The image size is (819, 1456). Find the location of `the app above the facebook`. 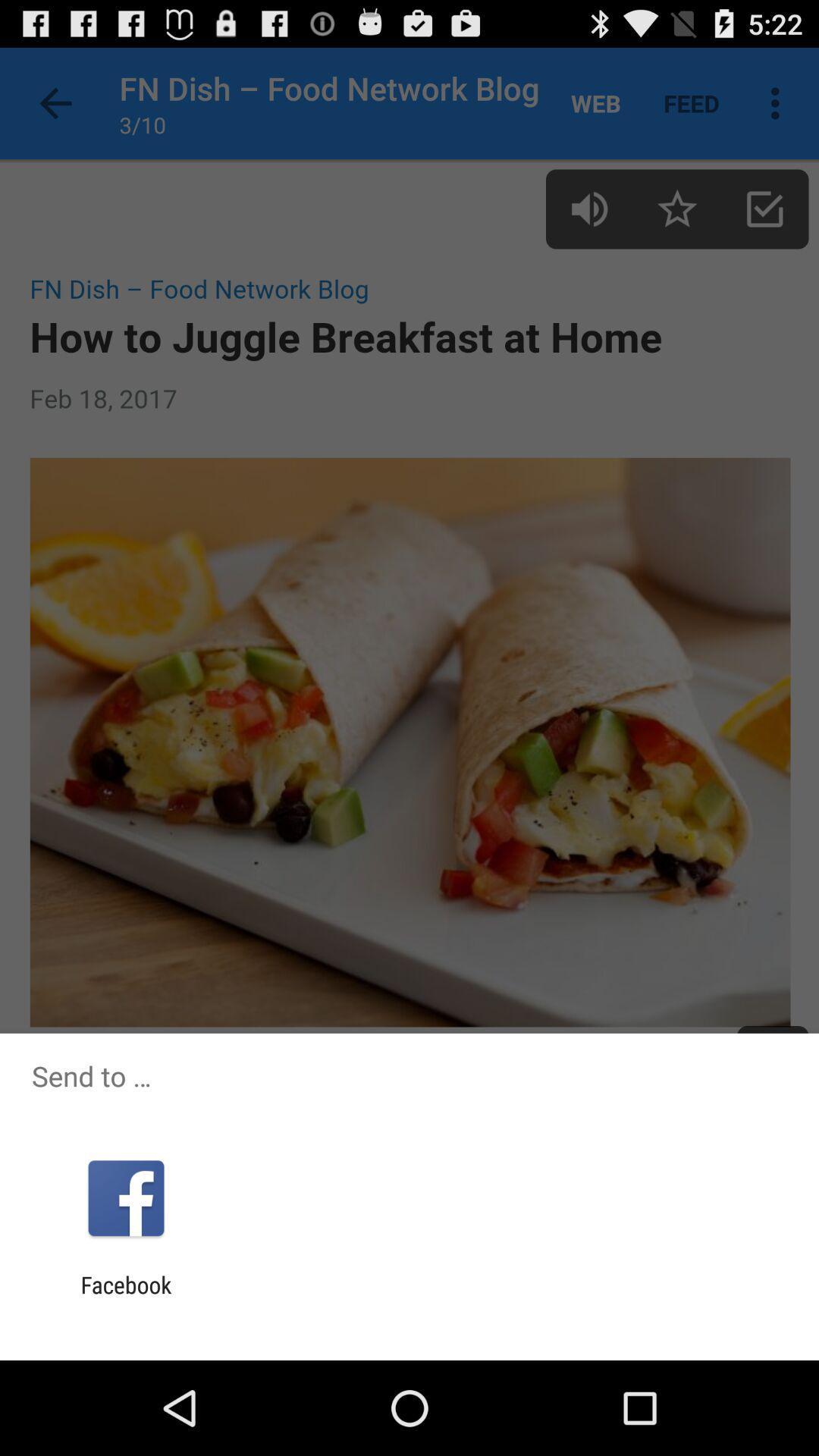

the app above the facebook is located at coordinates (125, 1197).